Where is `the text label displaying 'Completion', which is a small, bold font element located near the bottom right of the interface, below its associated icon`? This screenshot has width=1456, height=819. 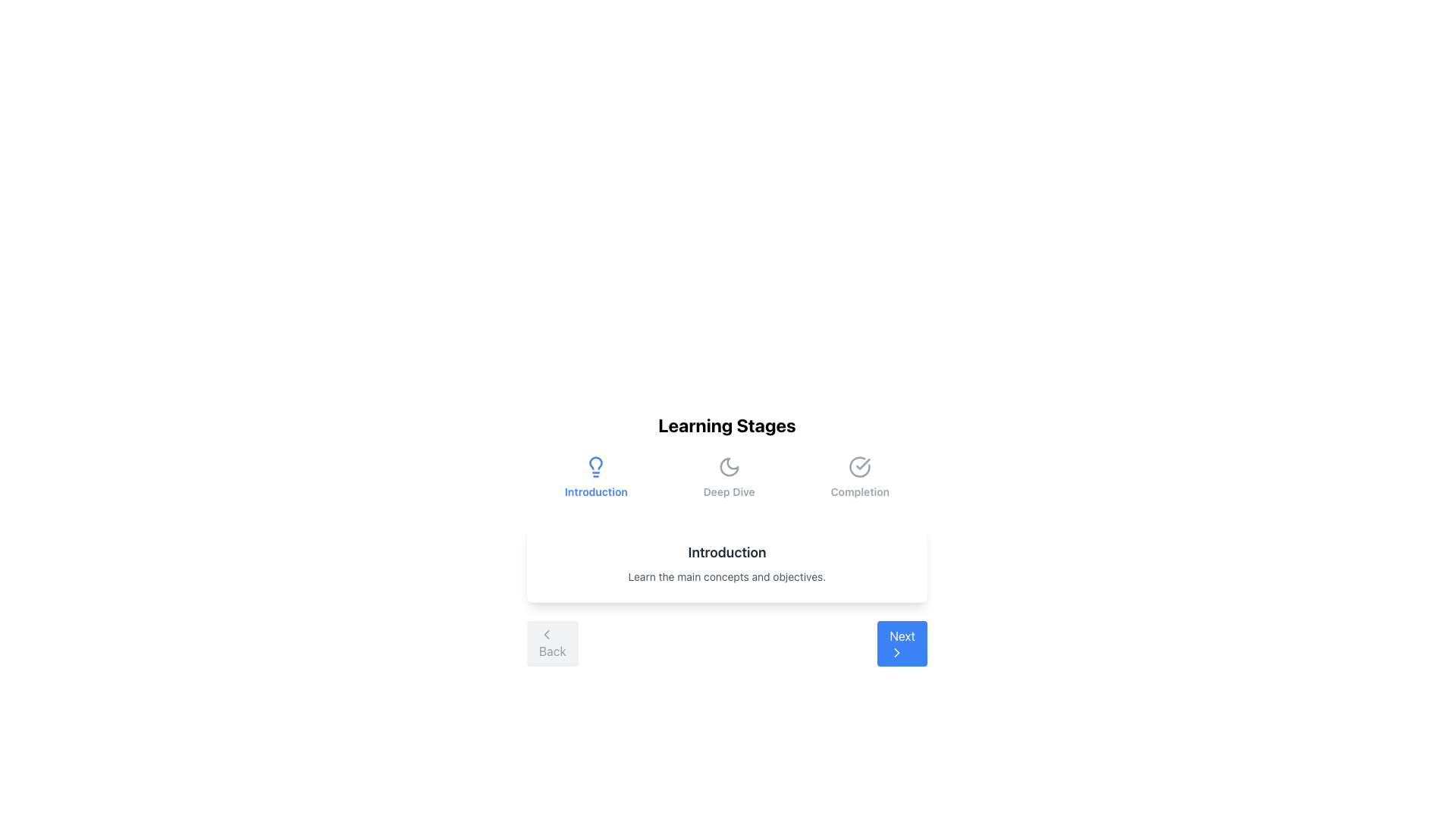
the text label displaying 'Completion', which is a small, bold font element located near the bottom right of the interface, below its associated icon is located at coordinates (860, 491).